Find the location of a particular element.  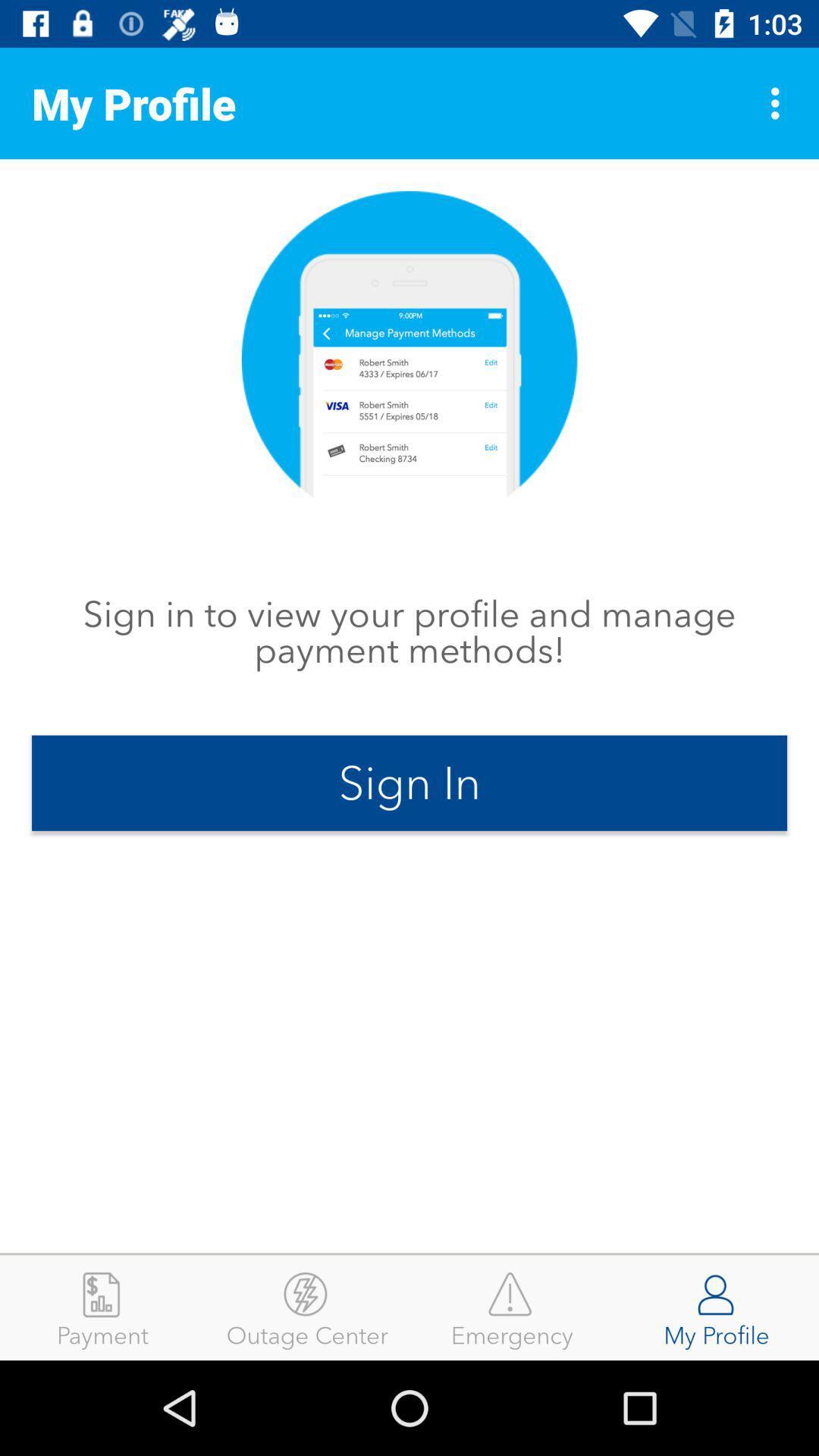

item next to payment is located at coordinates (307, 1307).